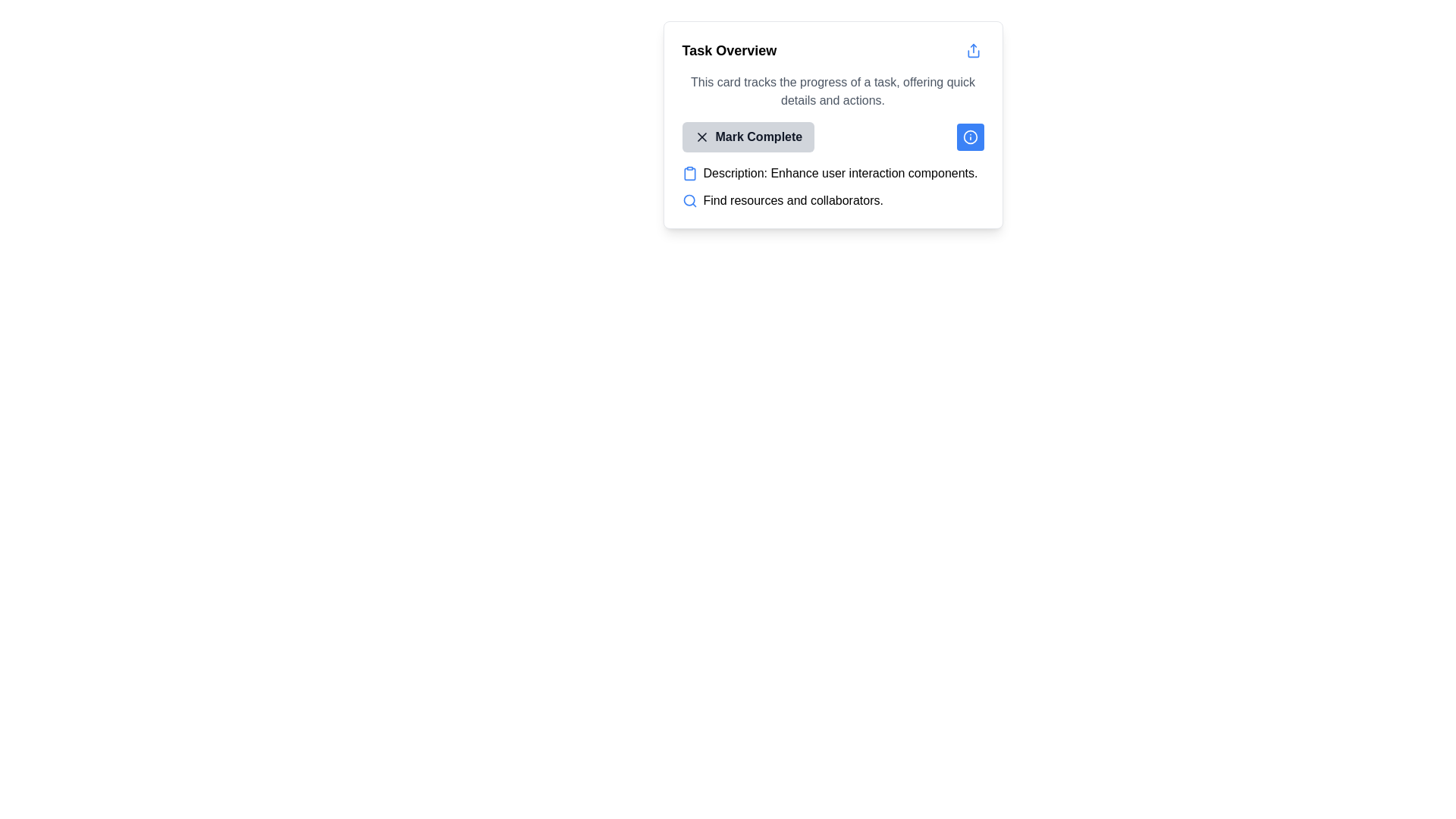 This screenshot has height=819, width=1456. Describe the element at coordinates (689, 172) in the screenshot. I see `the clipboard icon, which is blue and features thin, rounded strokes, located at the upper-left section of the description box before the text 'Description: Enhance user interaction components.'` at that location.